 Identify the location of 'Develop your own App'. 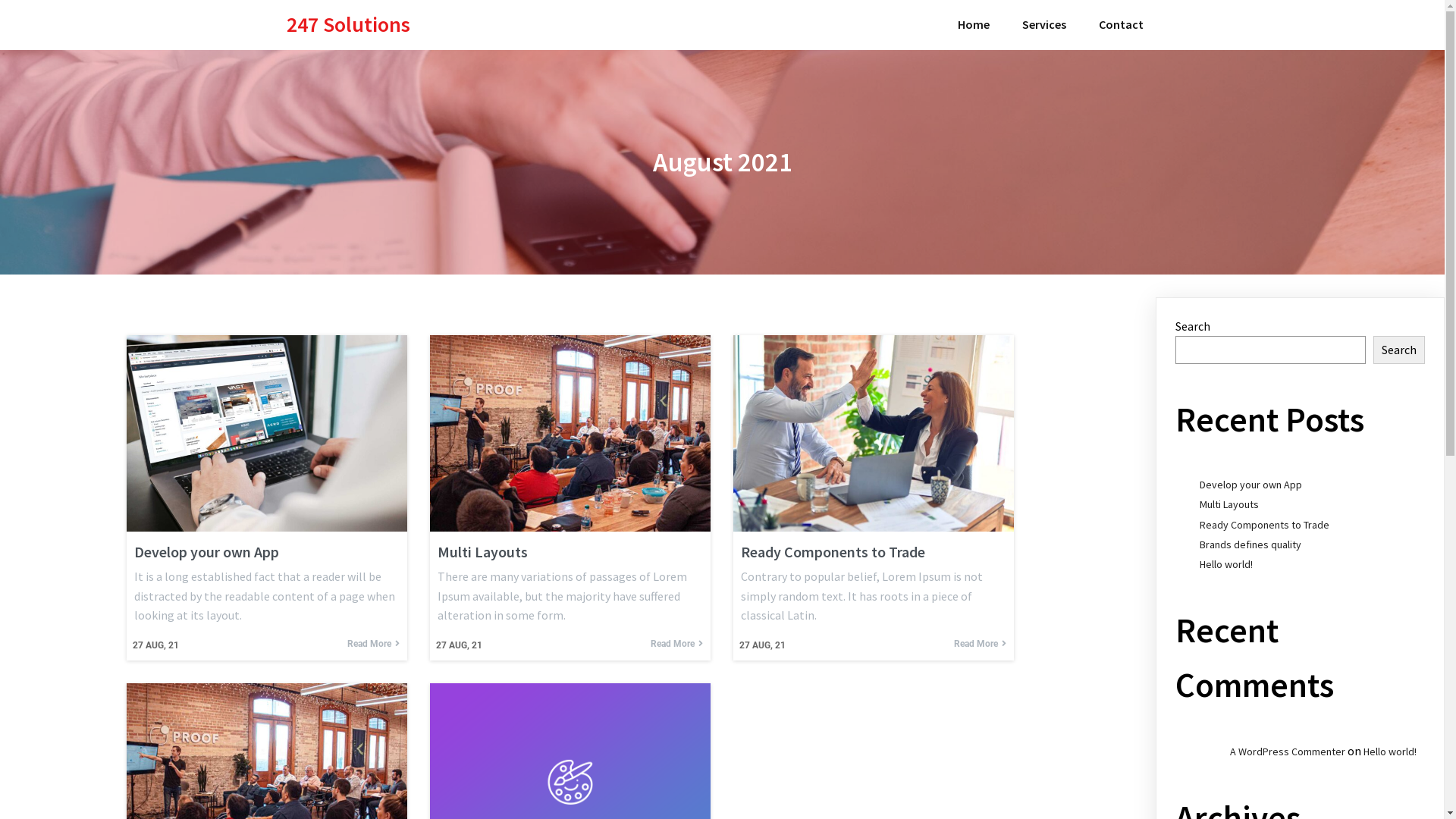
(1199, 485).